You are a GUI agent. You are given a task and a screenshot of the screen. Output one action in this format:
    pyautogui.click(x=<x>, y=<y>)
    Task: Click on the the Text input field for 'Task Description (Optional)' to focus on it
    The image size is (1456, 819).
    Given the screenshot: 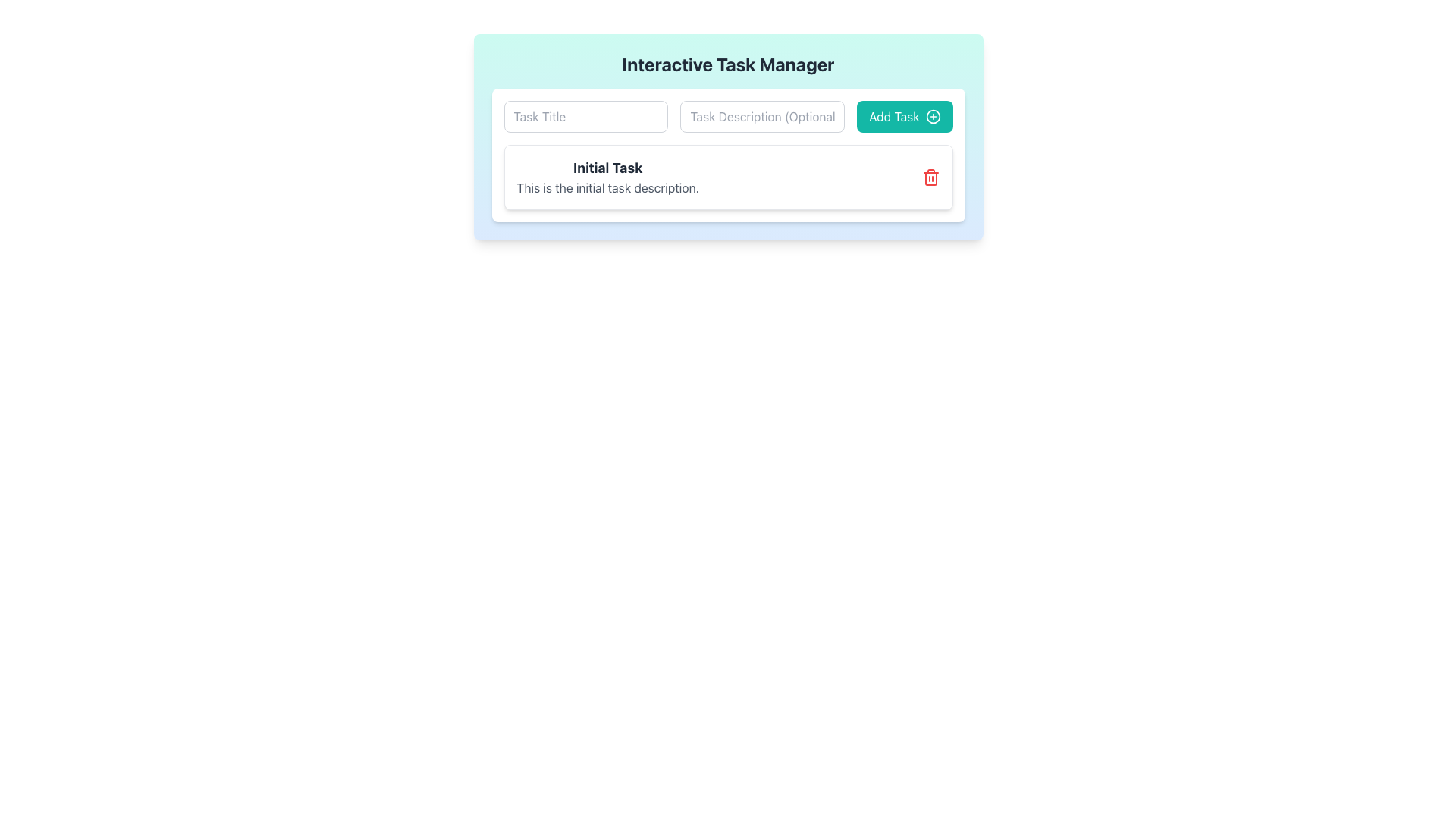 What is the action you would take?
    pyautogui.click(x=762, y=116)
    